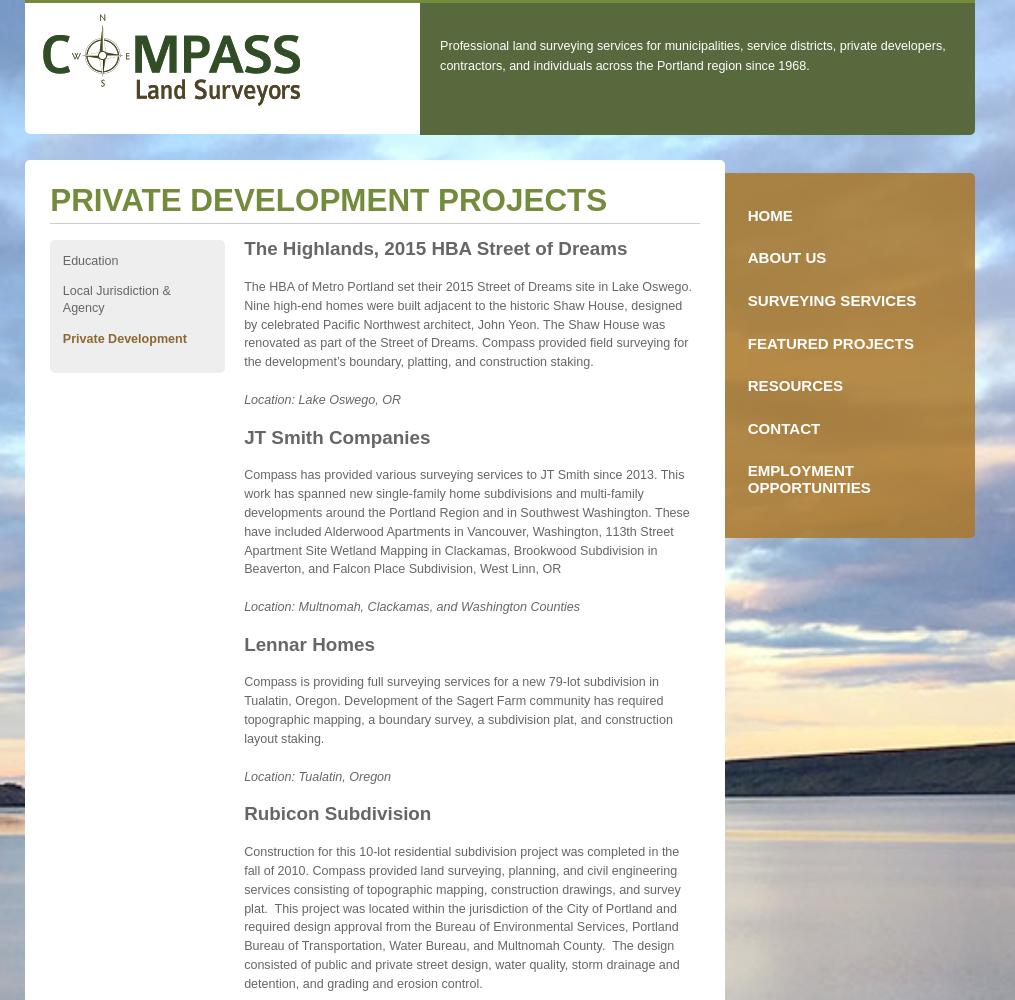 The height and width of the screenshot is (1000, 1015). What do you see at coordinates (244, 917) in the screenshot?
I see `'Construction for this 10-lot residential subdivision project was completed in the fall of 2010. Compass provided land surveying, planning, and civil engineering services consisting of topographic mapping, construction drawings, and survey plat.  This project was located within the jurisdiction of the City of Portland and required design approval from the Bureau of Environmental Services, Portland Bureau of Transportation, Water Bureau, and Multnomah County.  The design consisted of public and private street design, water quality, storm drainage and detention, and grading and erosion control.'` at bounding box center [244, 917].